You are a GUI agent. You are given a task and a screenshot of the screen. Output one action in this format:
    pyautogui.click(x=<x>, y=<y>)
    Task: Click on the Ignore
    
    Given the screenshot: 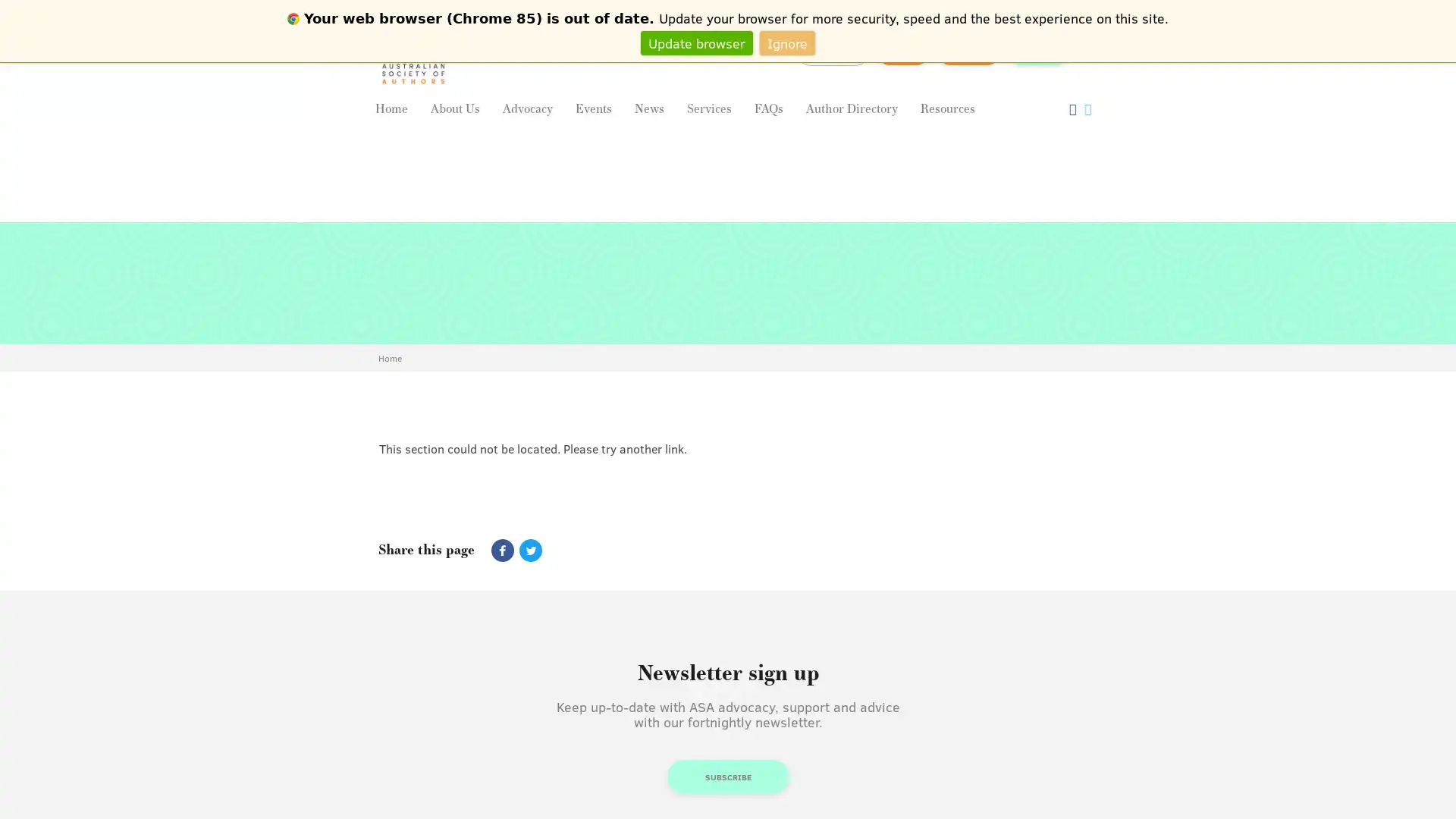 What is the action you would take?
    pyautogui.click(x=787, y=42)
    